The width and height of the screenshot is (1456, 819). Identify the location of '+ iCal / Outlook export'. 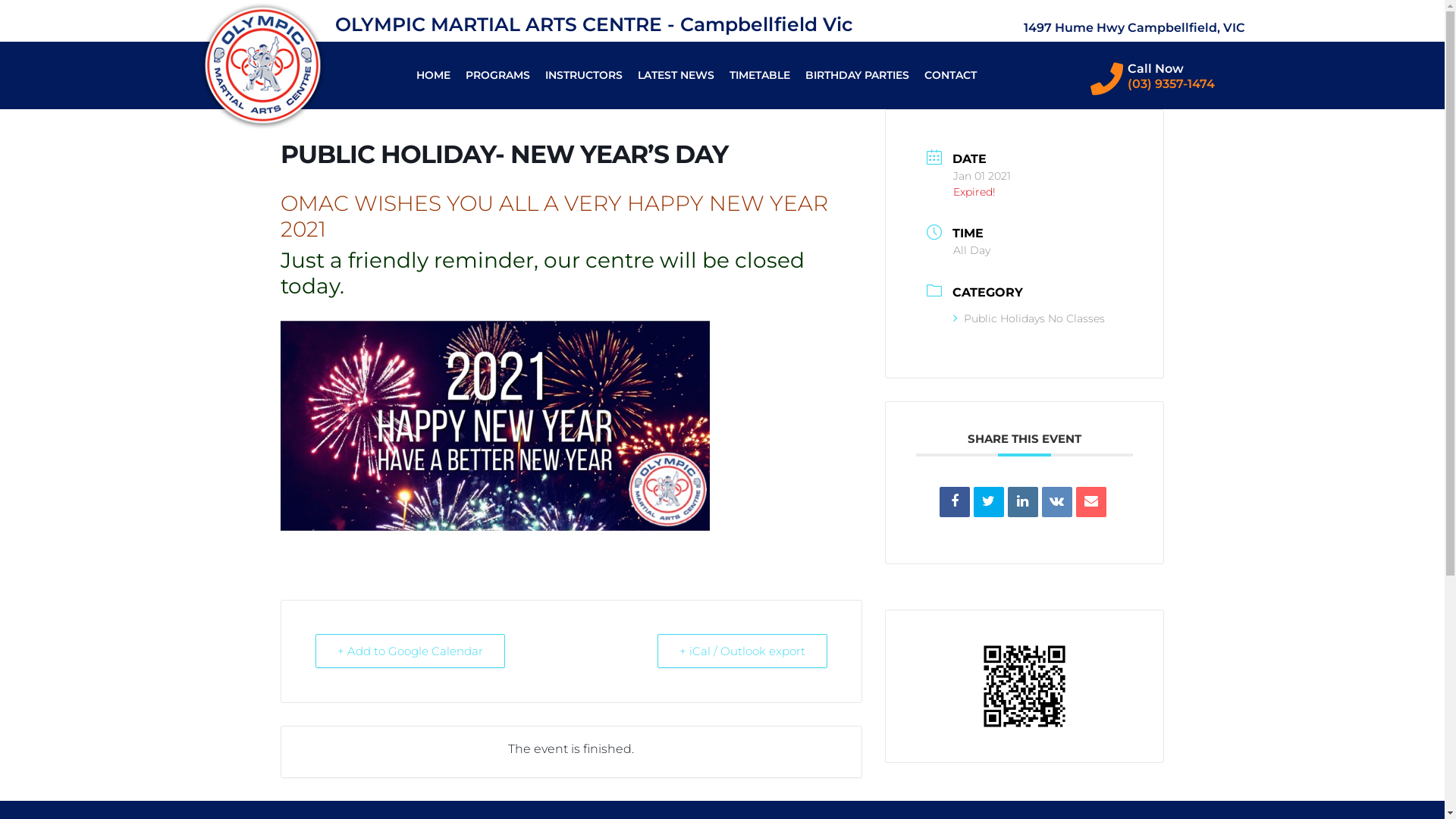
(742, 650).